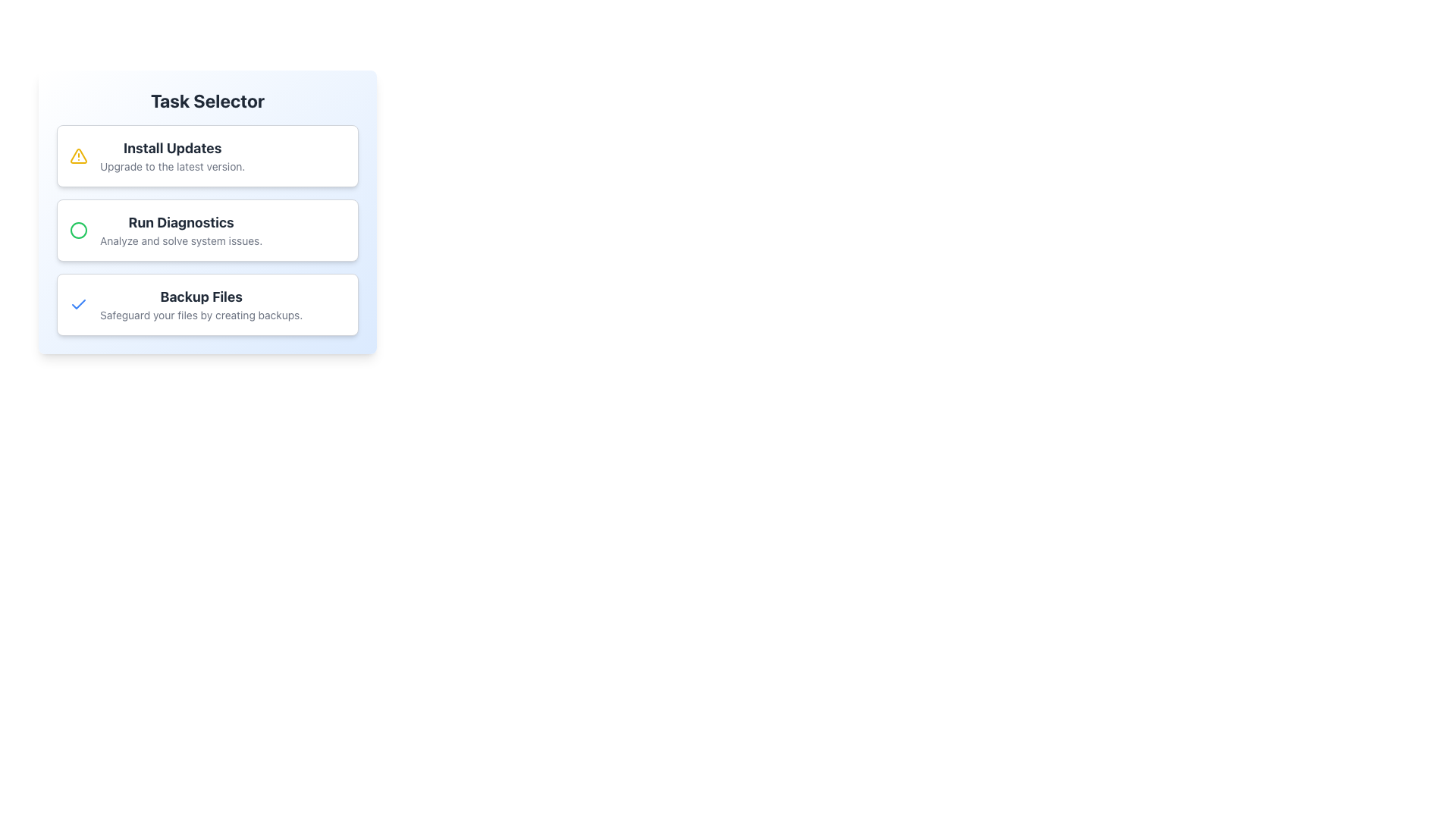  What do you see at coordinates (200, 297) in the screenshot?
I see `main title text of the third selectable task option, which is located above a smaller text providing additional details` at bounding box center [200, 297].